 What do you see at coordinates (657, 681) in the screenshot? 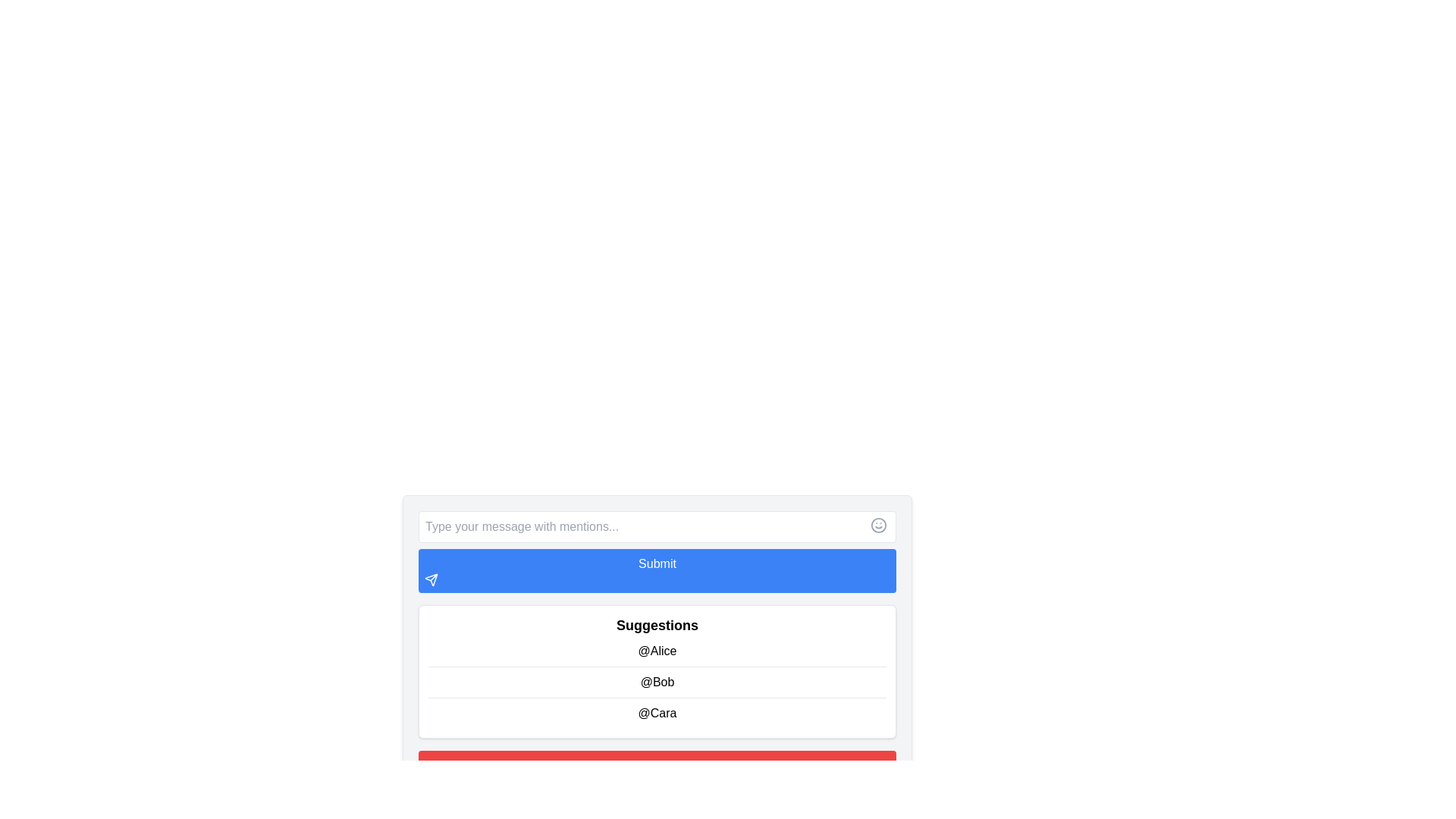
I see `the suggestion entry displaying '@Bob' in the interactive list` at bounding box center [657, 681].